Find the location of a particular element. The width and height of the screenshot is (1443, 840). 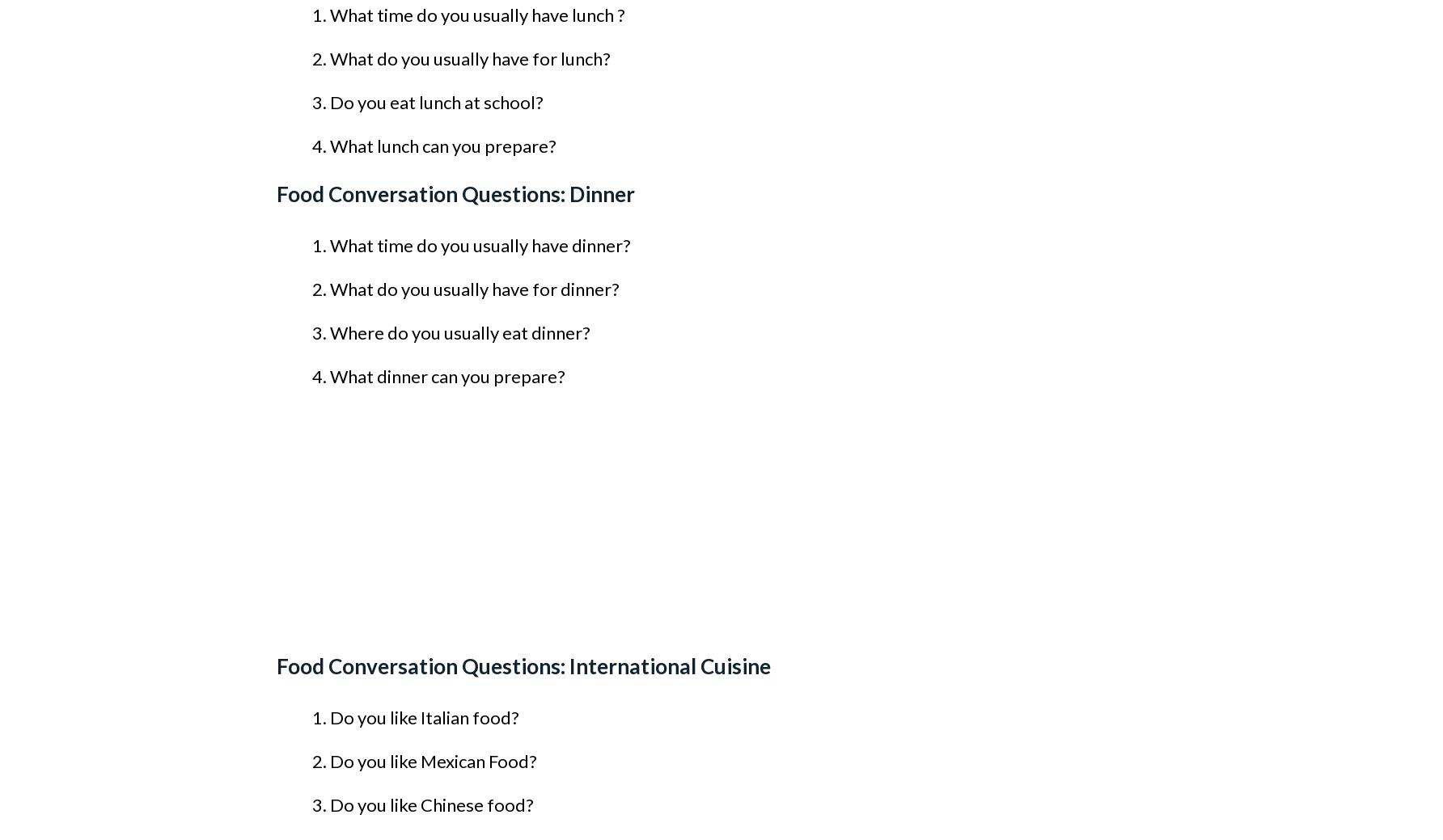

'What dinner can you prepare?' is located at coordinates (329, 375).